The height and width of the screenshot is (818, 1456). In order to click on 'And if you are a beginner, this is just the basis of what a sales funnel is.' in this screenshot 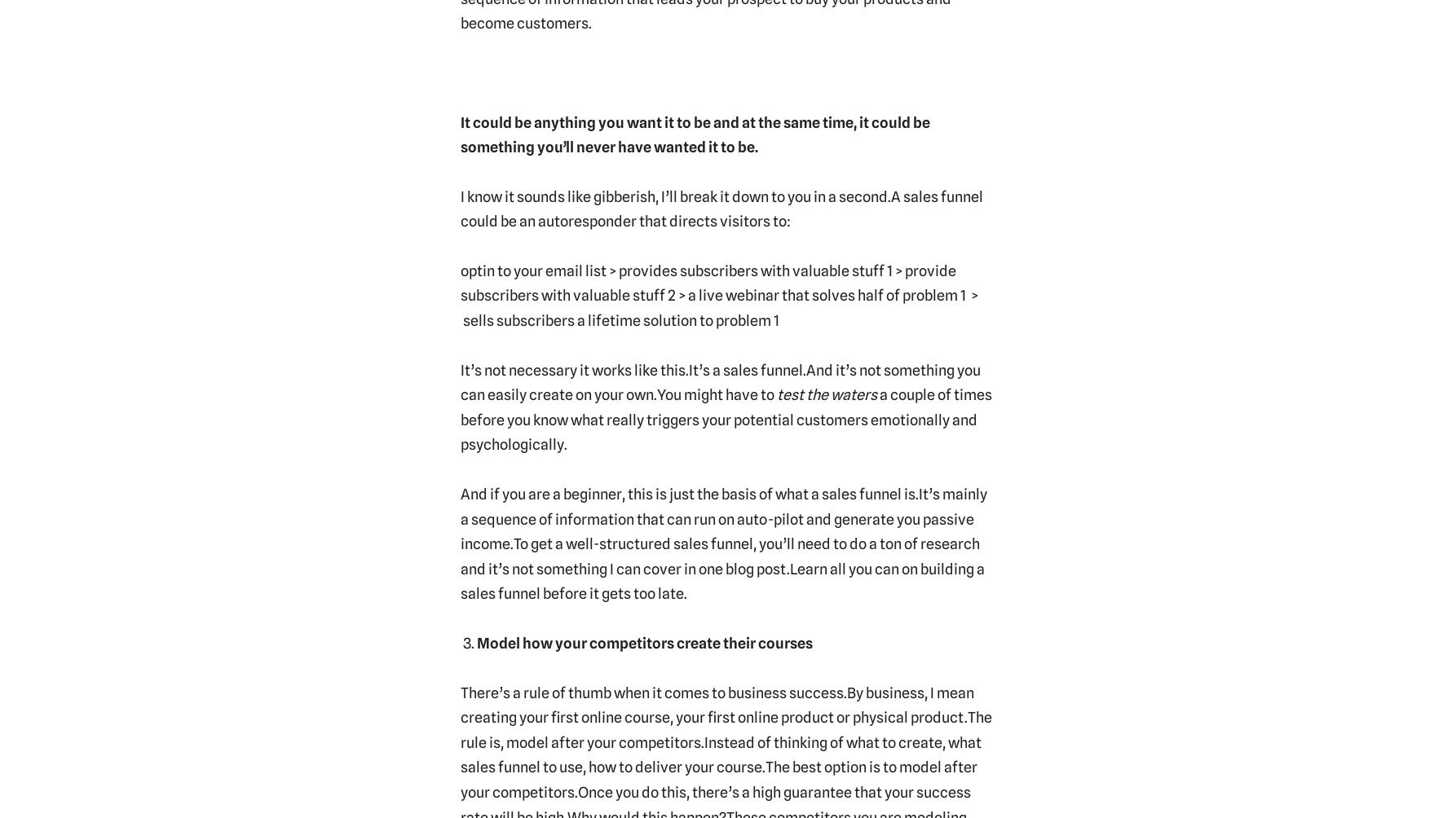, I will do `click(687, 494)`.